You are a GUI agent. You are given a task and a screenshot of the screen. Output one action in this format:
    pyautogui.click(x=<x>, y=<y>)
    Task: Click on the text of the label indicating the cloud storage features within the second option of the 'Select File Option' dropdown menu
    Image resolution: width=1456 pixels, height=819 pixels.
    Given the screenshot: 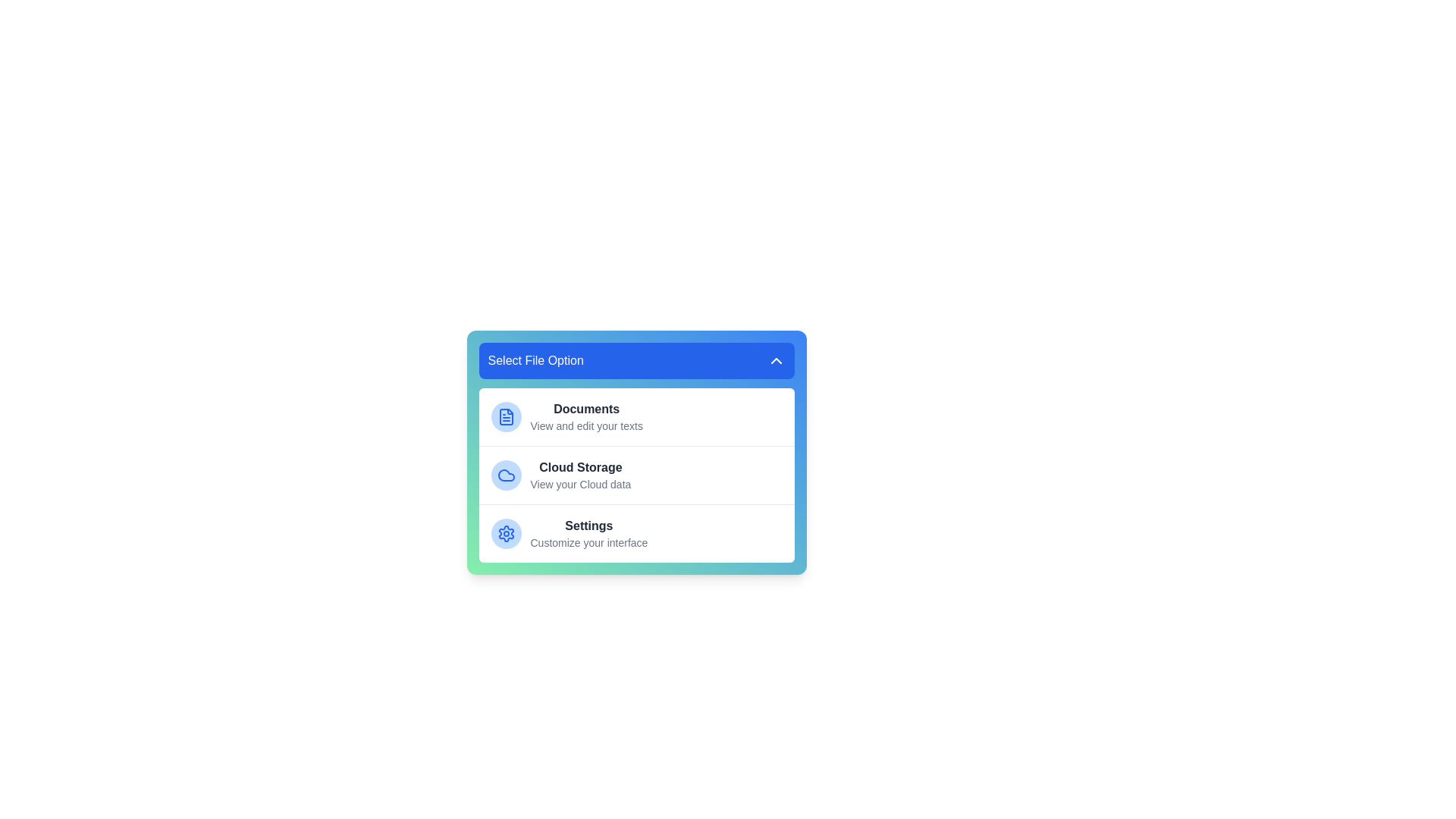 What is the action you would take?
    pyautogui.click(x=579, y=467)
    